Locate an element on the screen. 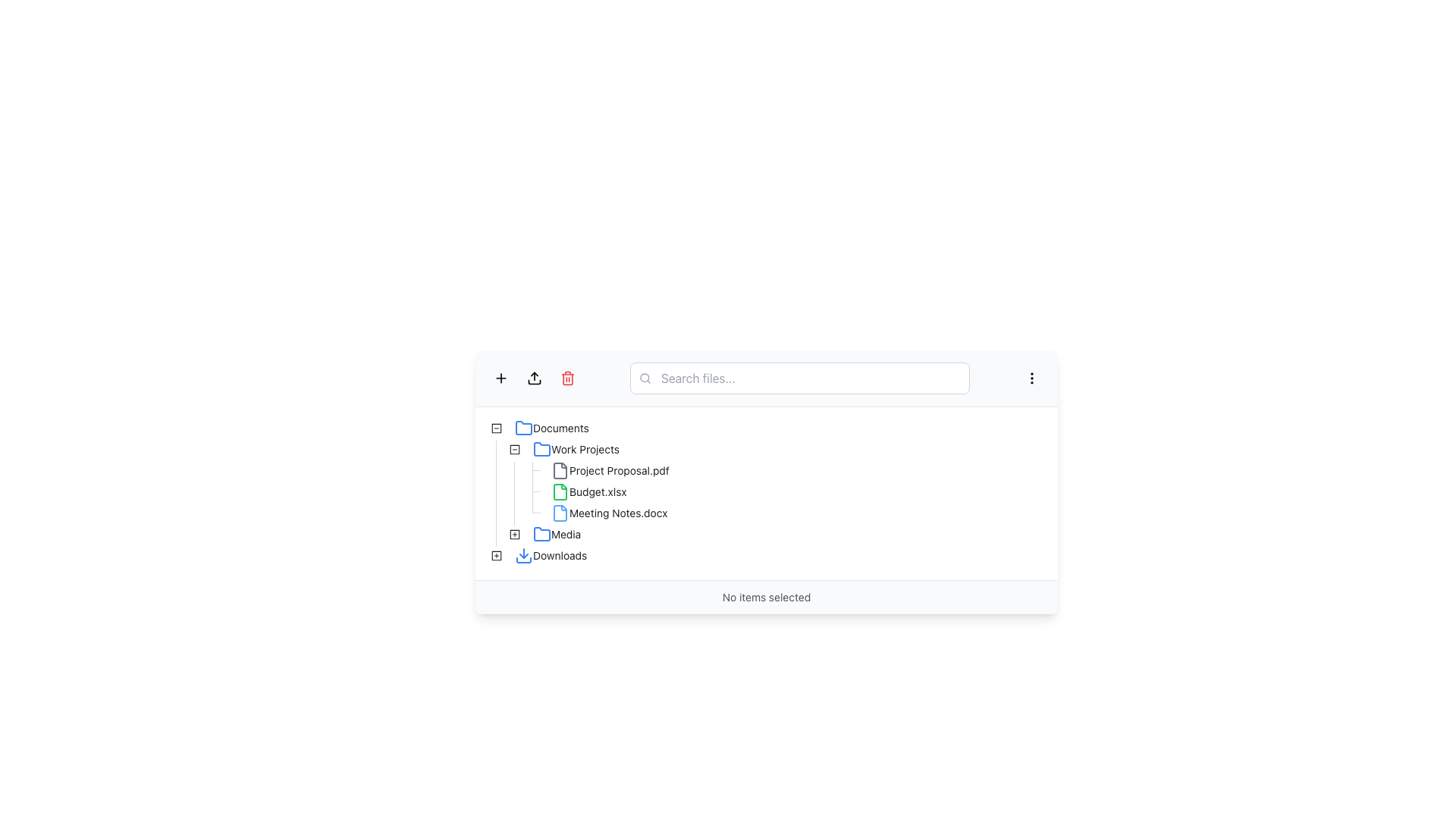  the Interactive icon (expand/collapse button) next to the 'Downloads' folder entry in the hierarchical file tree structure is located at coordinates (496, 555).